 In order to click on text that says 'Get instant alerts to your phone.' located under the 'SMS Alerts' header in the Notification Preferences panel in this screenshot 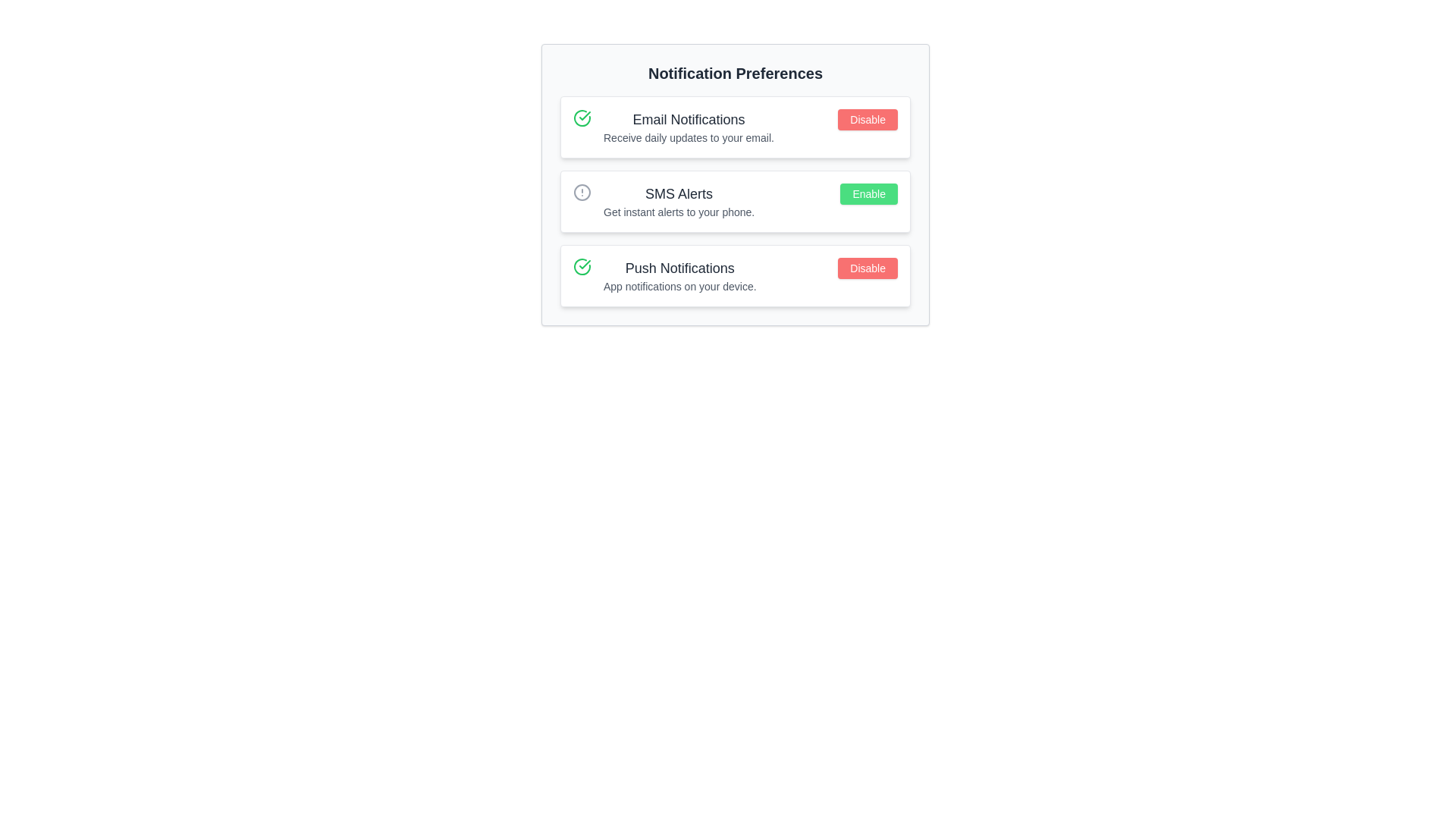, I will do `click(678, 212)`.